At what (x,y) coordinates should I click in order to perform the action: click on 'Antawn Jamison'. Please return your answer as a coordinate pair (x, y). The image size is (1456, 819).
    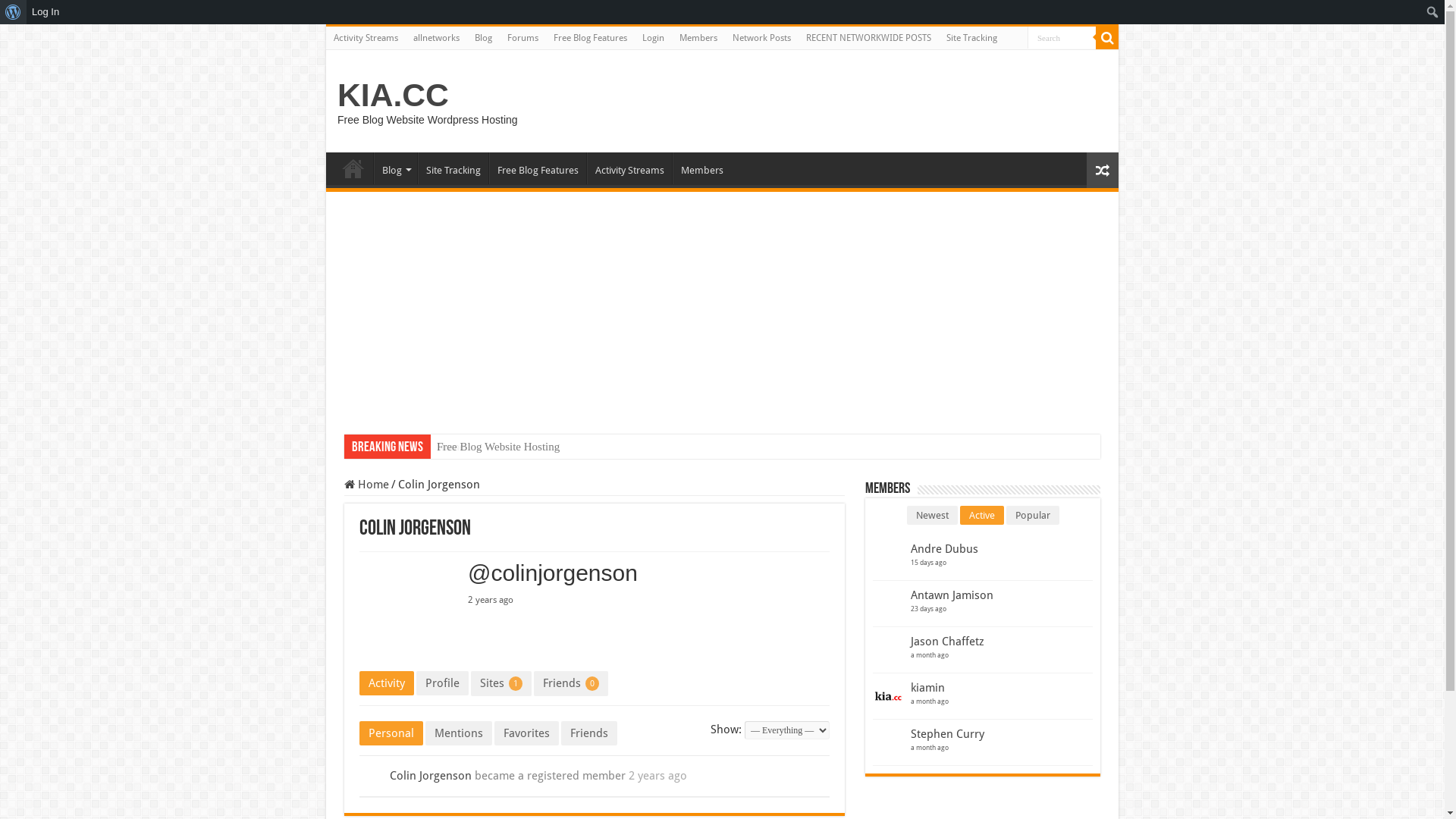
    Looking at the image, I should click on (951, 595).